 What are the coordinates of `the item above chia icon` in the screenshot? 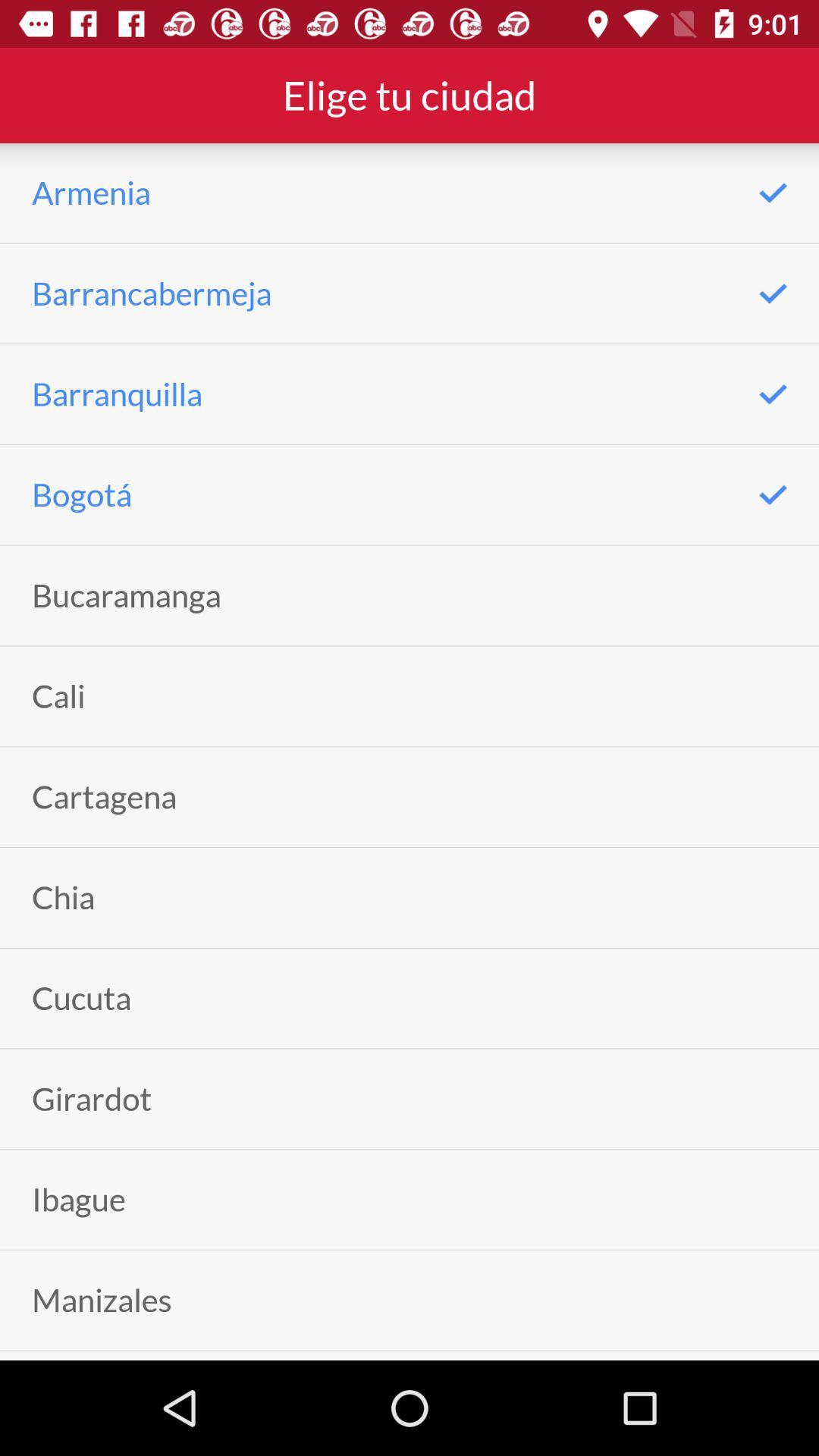 It's located at (103, 796).